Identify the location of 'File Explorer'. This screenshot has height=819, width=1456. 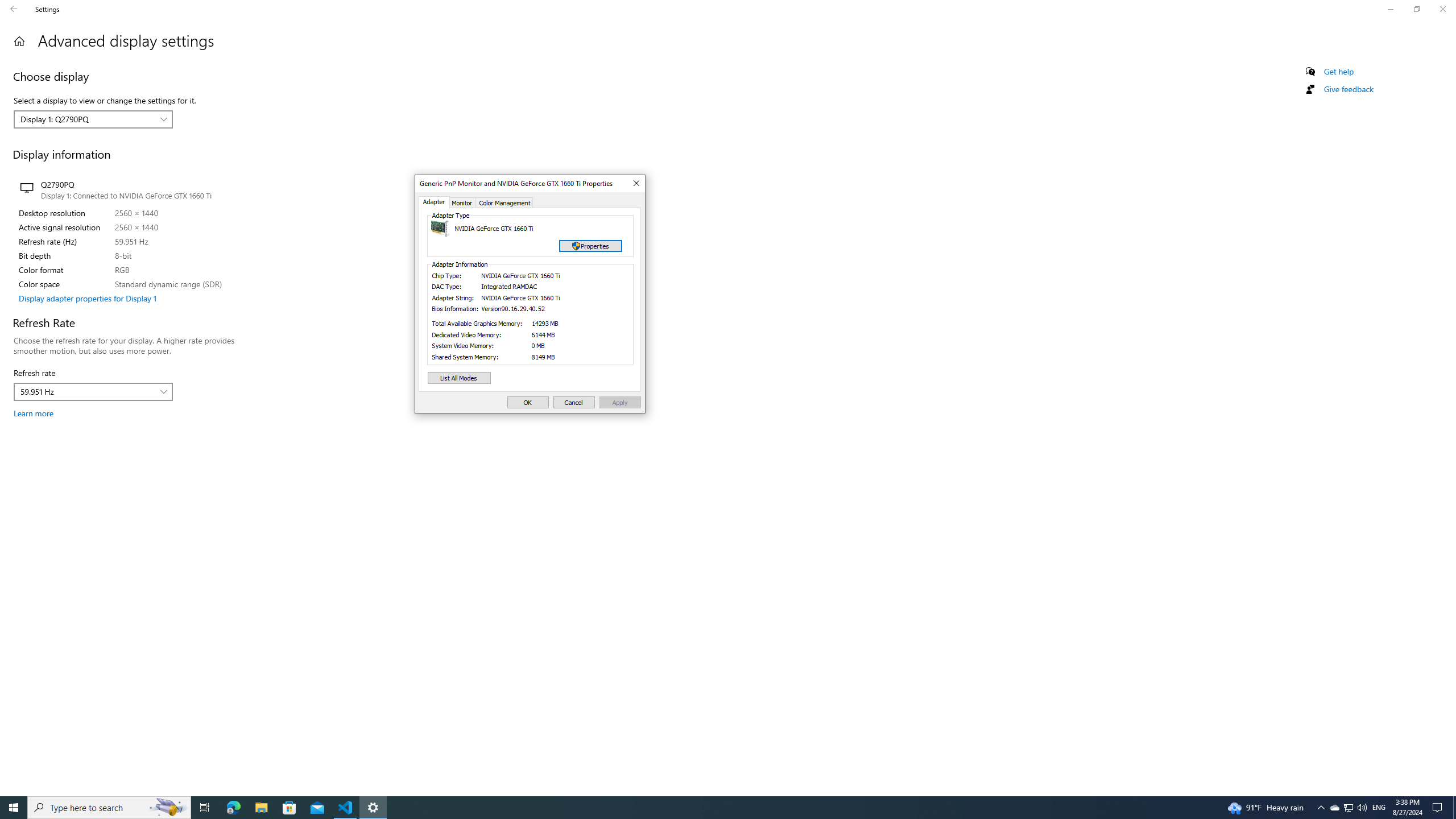
(260, 806).